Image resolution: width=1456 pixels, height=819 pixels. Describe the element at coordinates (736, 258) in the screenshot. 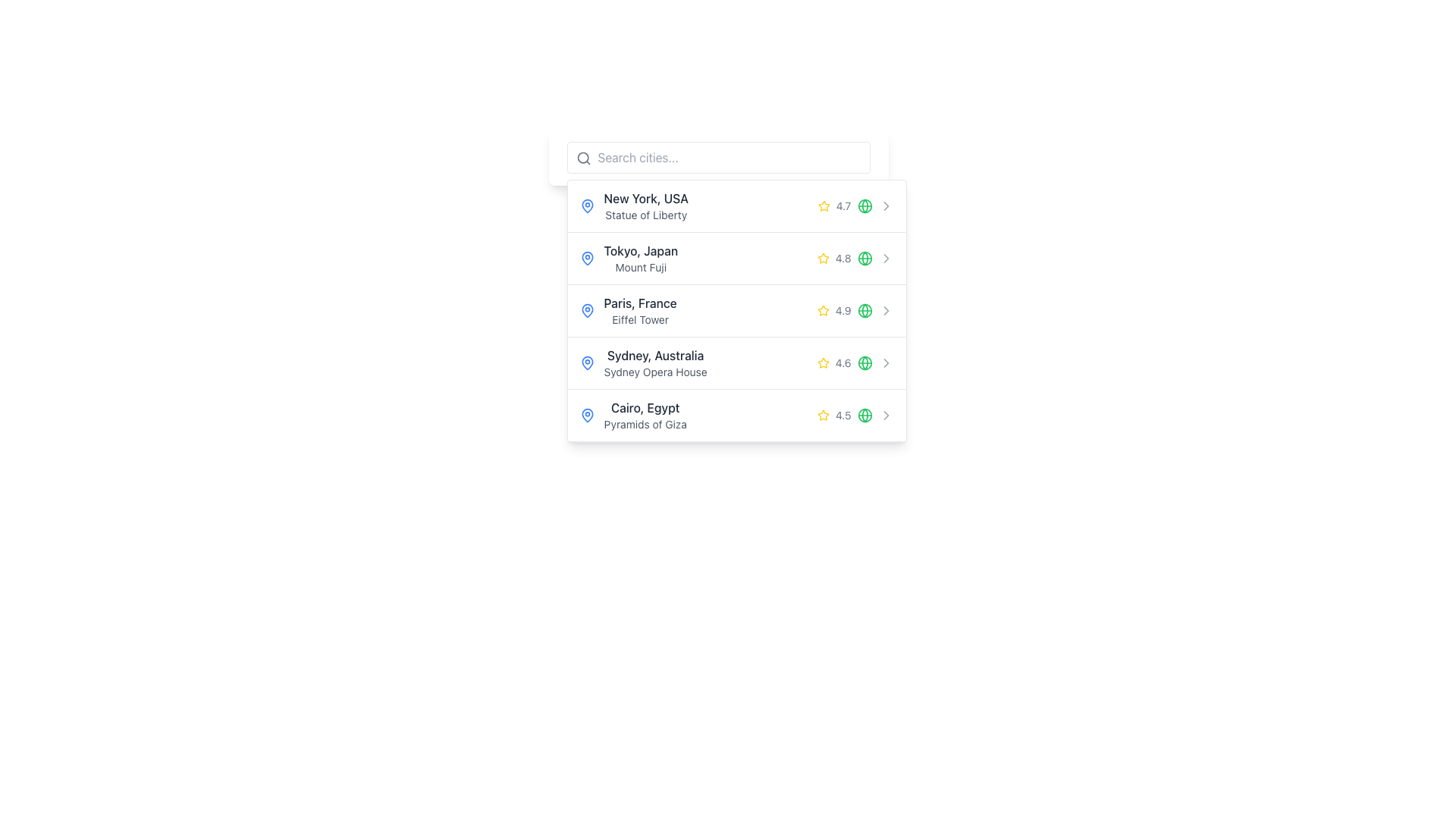

I see `the second list item representing Tokyo, Japan in the dropdown menu` at that location.